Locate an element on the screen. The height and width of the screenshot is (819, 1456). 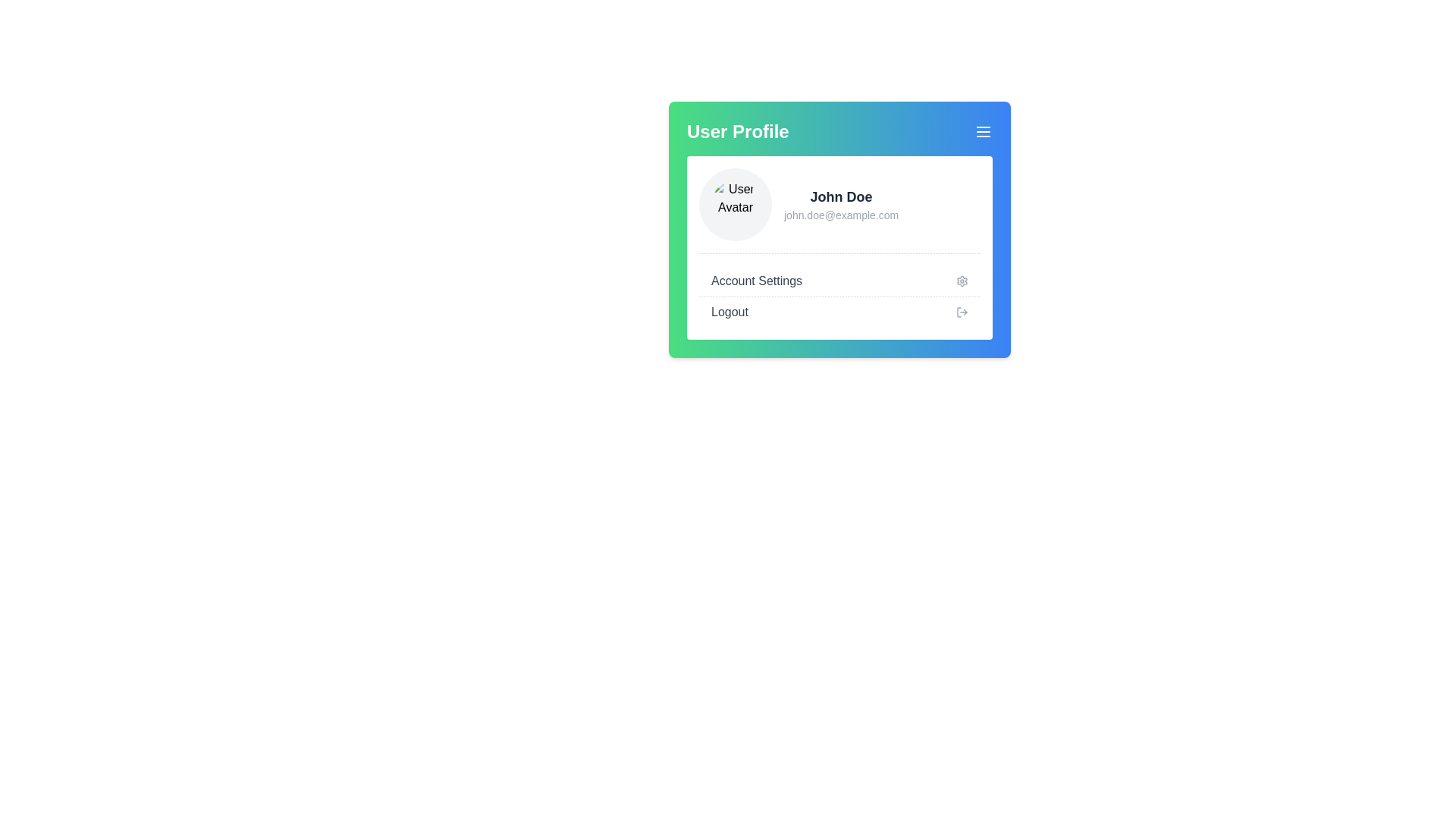
the 'User Profile' text label, which is styled in bold white font against a gradient green to blue background, located at the top-left of a user interface card is located at coordinates (738, 130).